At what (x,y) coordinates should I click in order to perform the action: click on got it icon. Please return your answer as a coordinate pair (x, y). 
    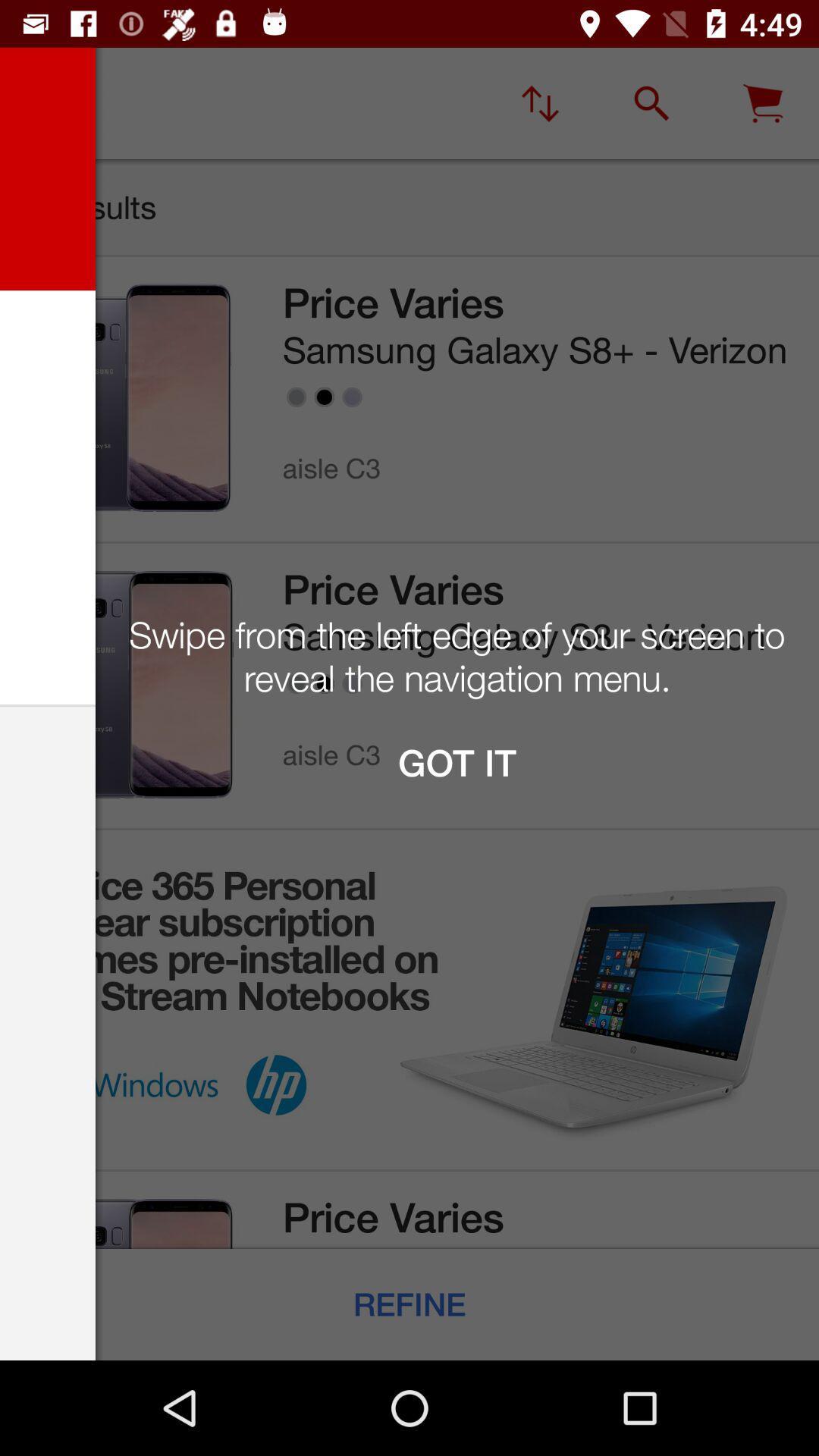
    Looking at the image, I should click on (456, 763).